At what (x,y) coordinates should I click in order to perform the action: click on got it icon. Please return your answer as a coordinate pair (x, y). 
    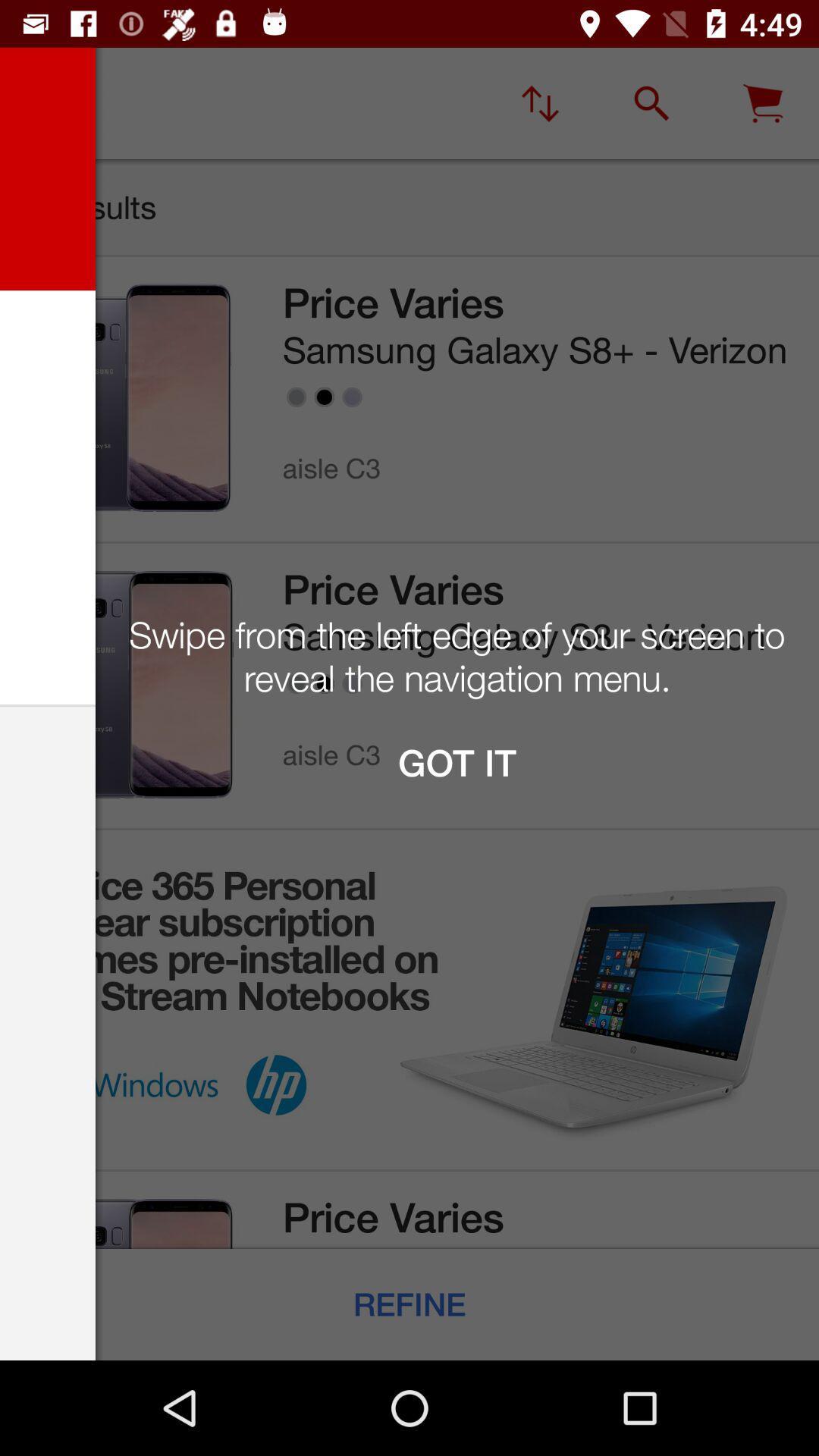
    Looking at the image, I should click on (456, 763).